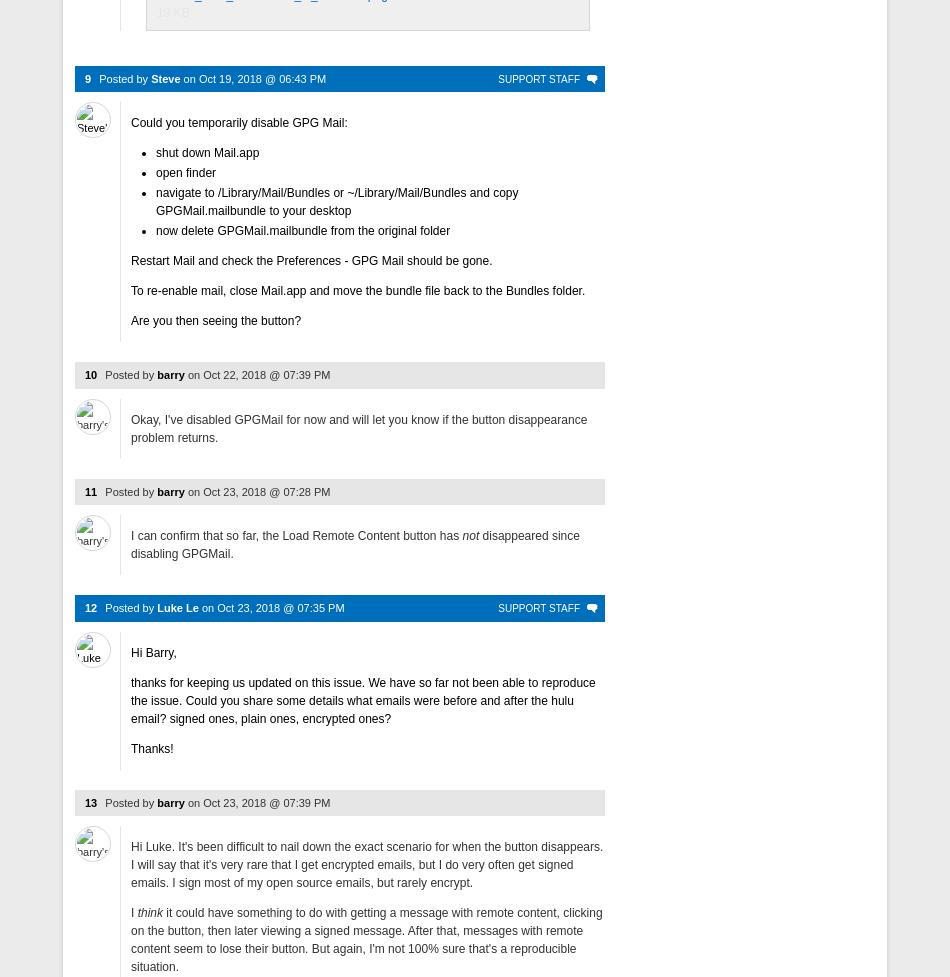 Image resolution: width=950 pixels, height=977 pixels. Describe the element at coordinates (265, 802) in the screenshot. I see `'Oct 23, 2018 @ 07:39 PM'` at that location.